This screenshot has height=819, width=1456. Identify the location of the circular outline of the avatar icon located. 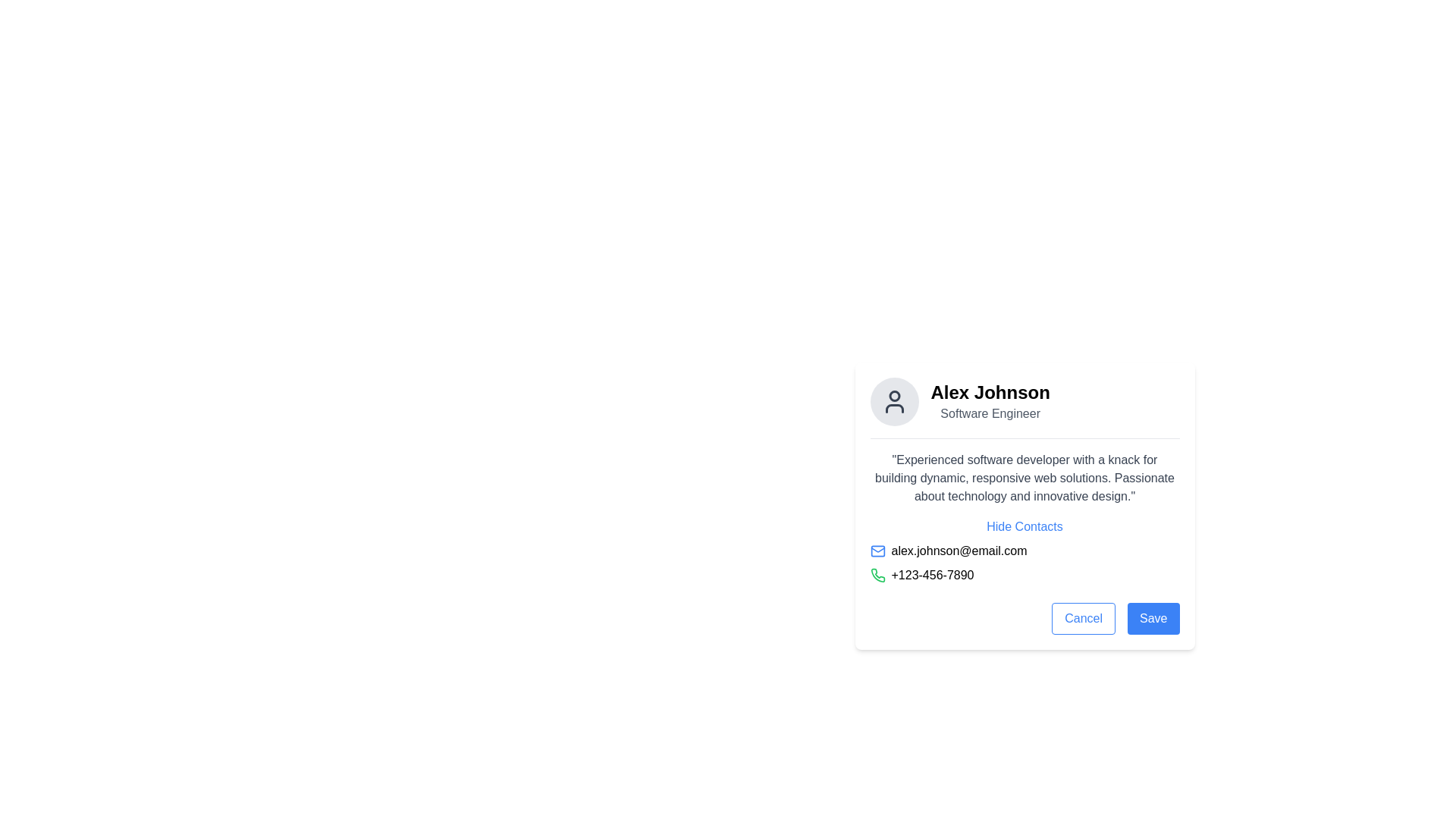
(894, 395).